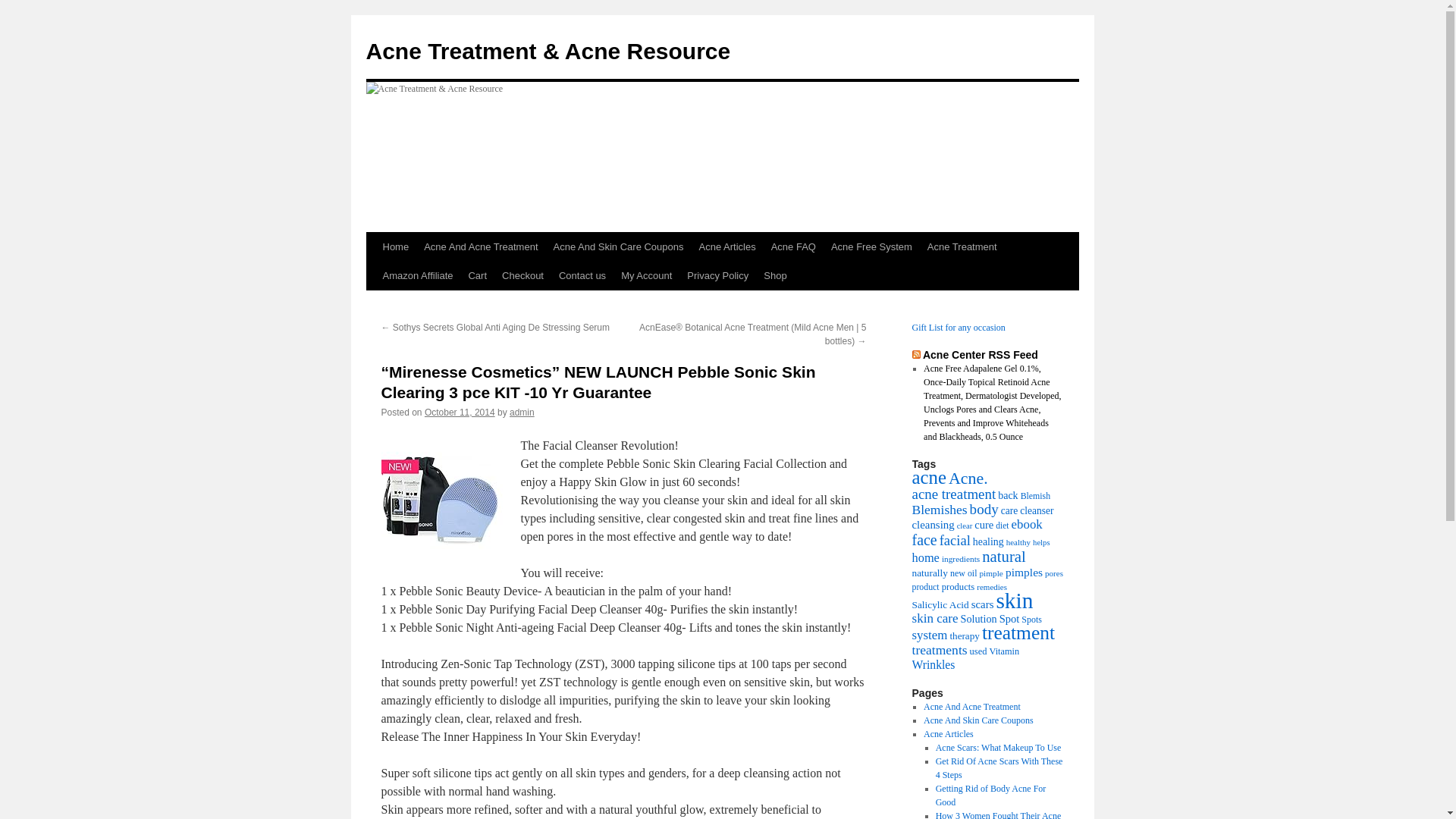 The height and width of the screenshot is (819, 1456). Describe the element at coordinates (522, 275) in the screenshot. I see `'Checkout'` at that location.